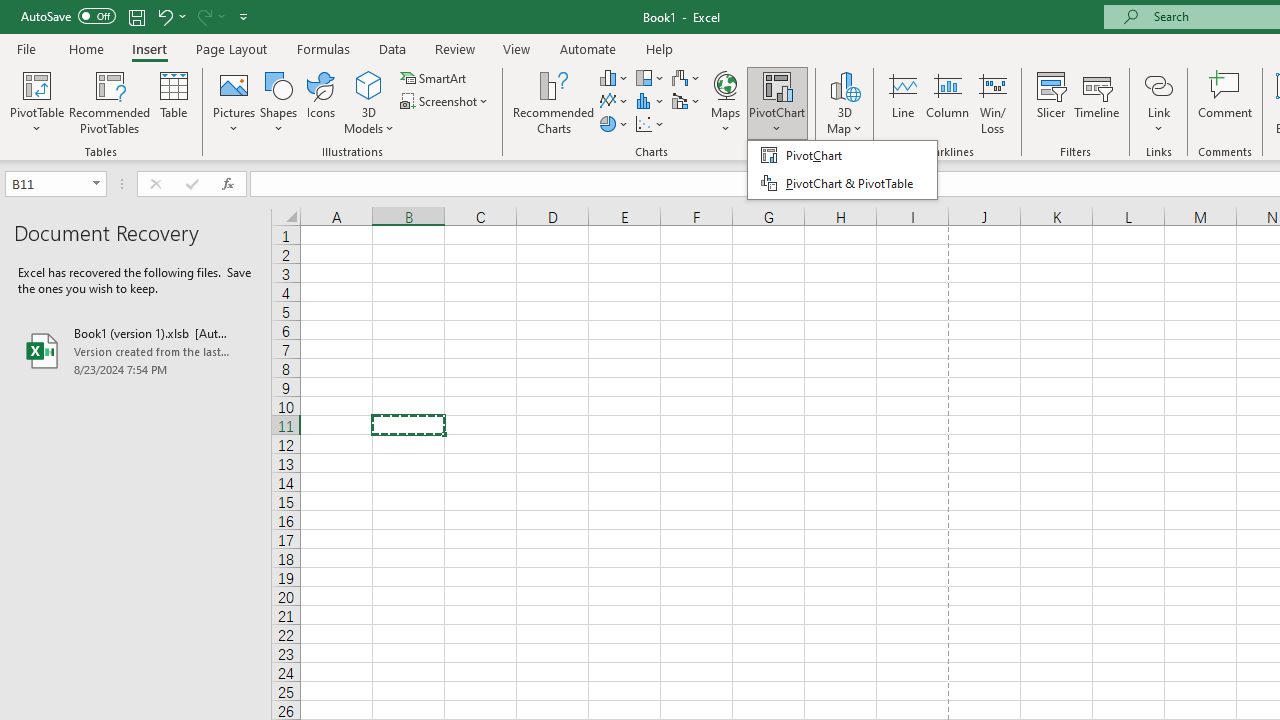  Describe the element at coordinates (614, 124) in the screenshot. I see `'Insert Pie or Doughnut Chart'` at that location.